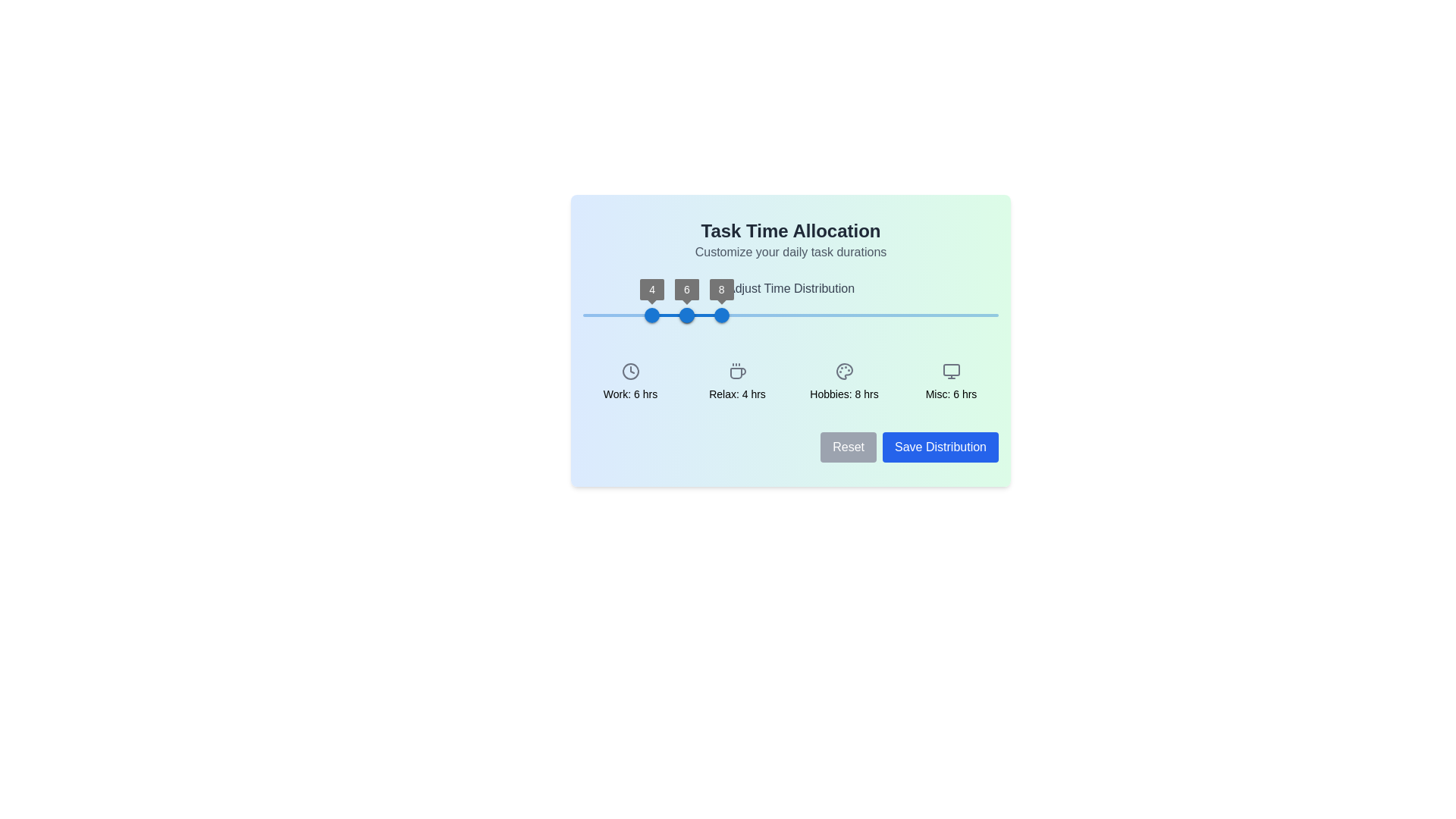  Describe the element at coordinates (630, 381) in the screenshot. I see `the information display component containing a clock icon and the text 'Work: 6 hrs.' which is located in the first column of a grid structure near the bottom-left of the interface` at that location.